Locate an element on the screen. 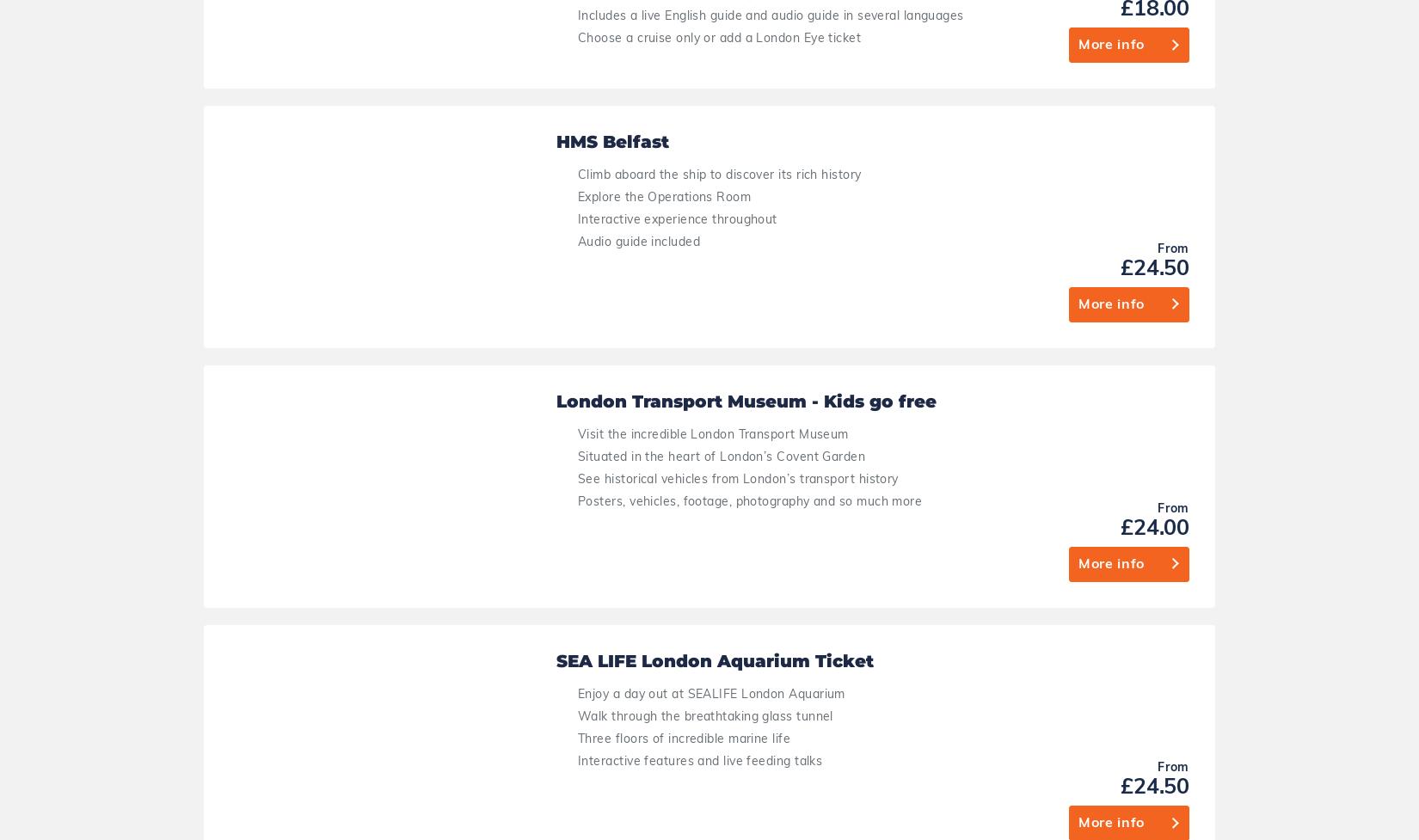 The width and height of the screenshot is (1419, 840). 'Immersive experience with live actors' is located at coordinates (687, 430).